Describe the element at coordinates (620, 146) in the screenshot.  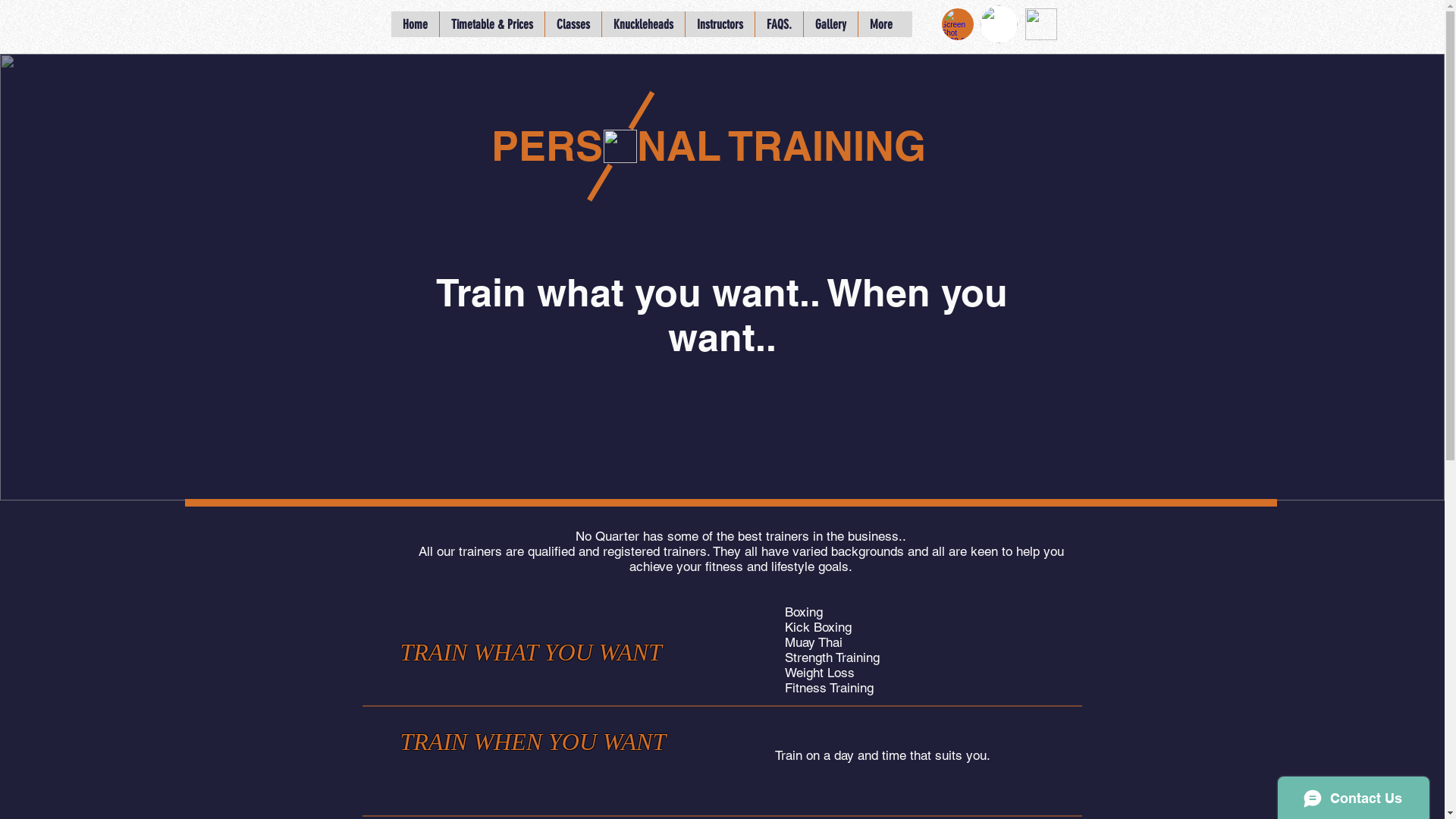
I see `'punch icon.png'` at that location.